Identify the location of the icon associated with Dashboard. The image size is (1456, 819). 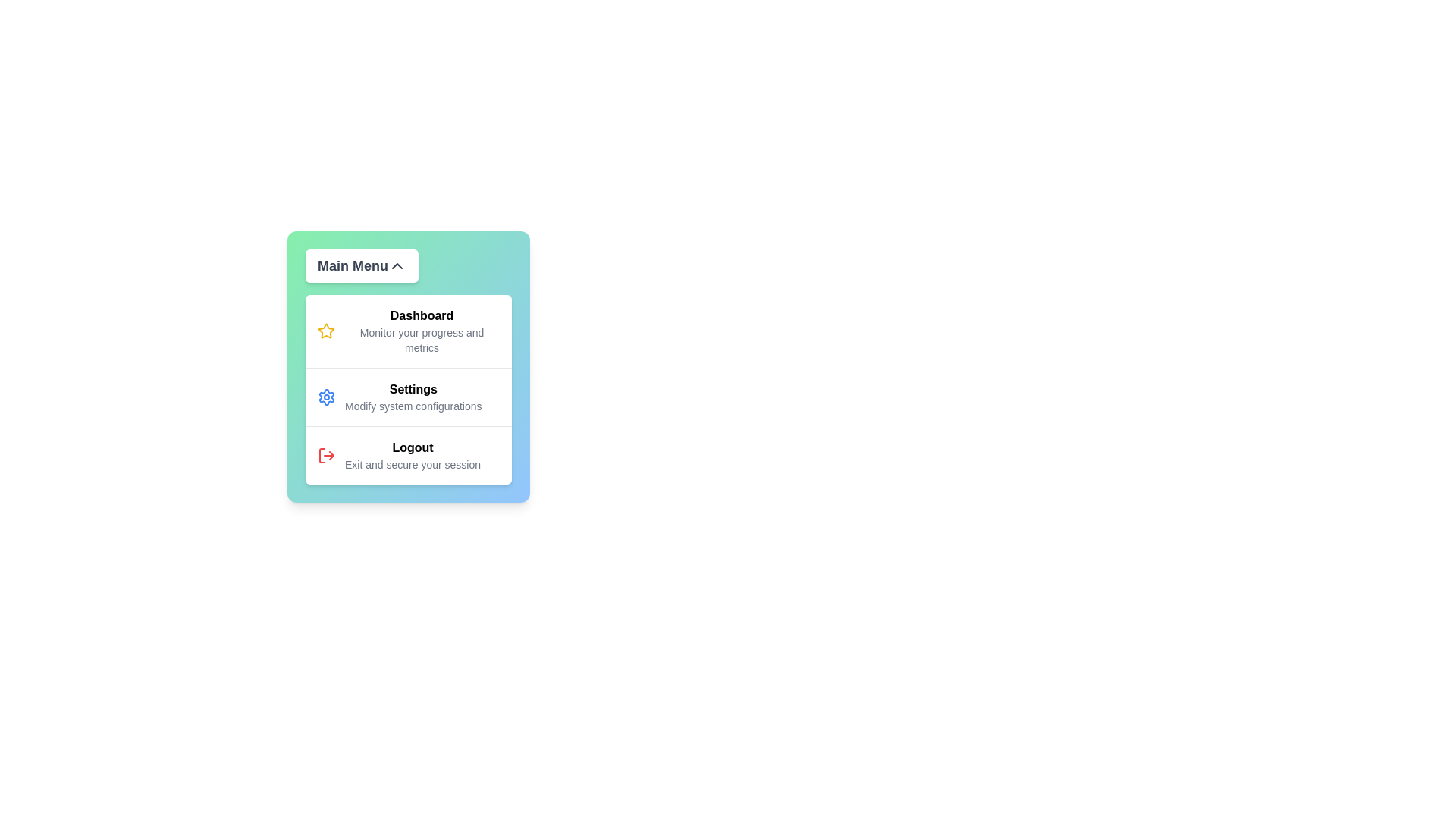
(325, 330).